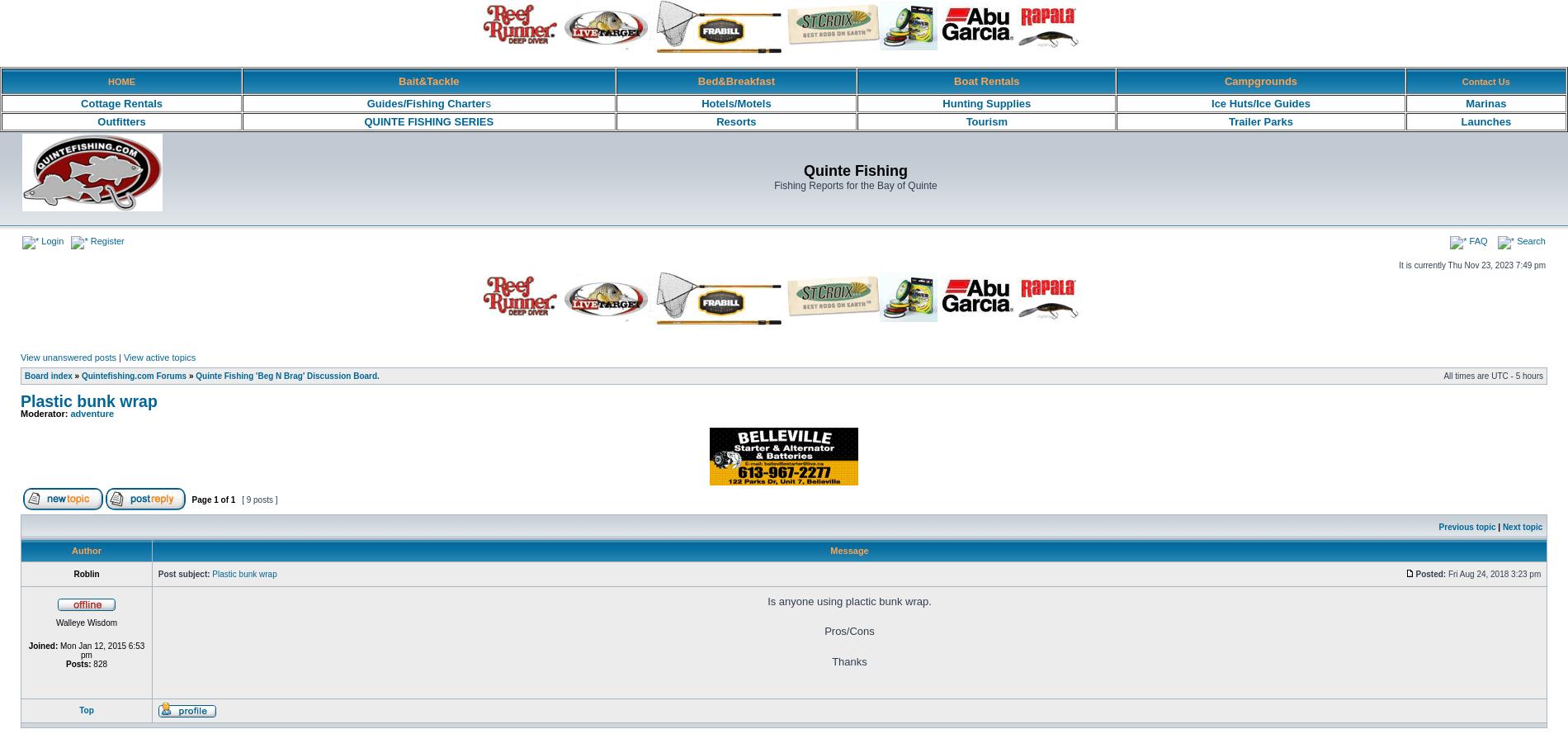 The height and width of the screenshot is (734, 1568). I want to click on 'All times are UTC - 5 hours', so click(1492, 375).